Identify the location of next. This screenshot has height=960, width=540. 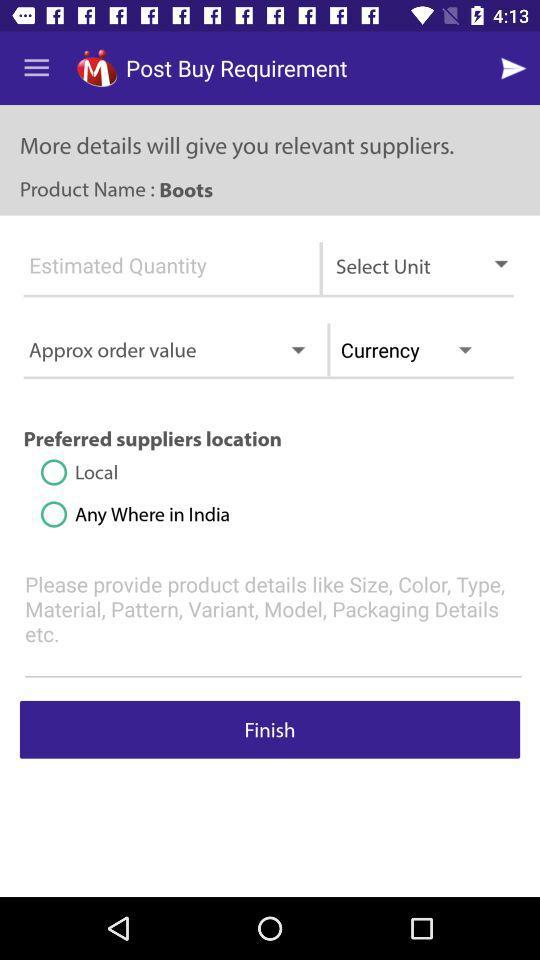
(516, 68).